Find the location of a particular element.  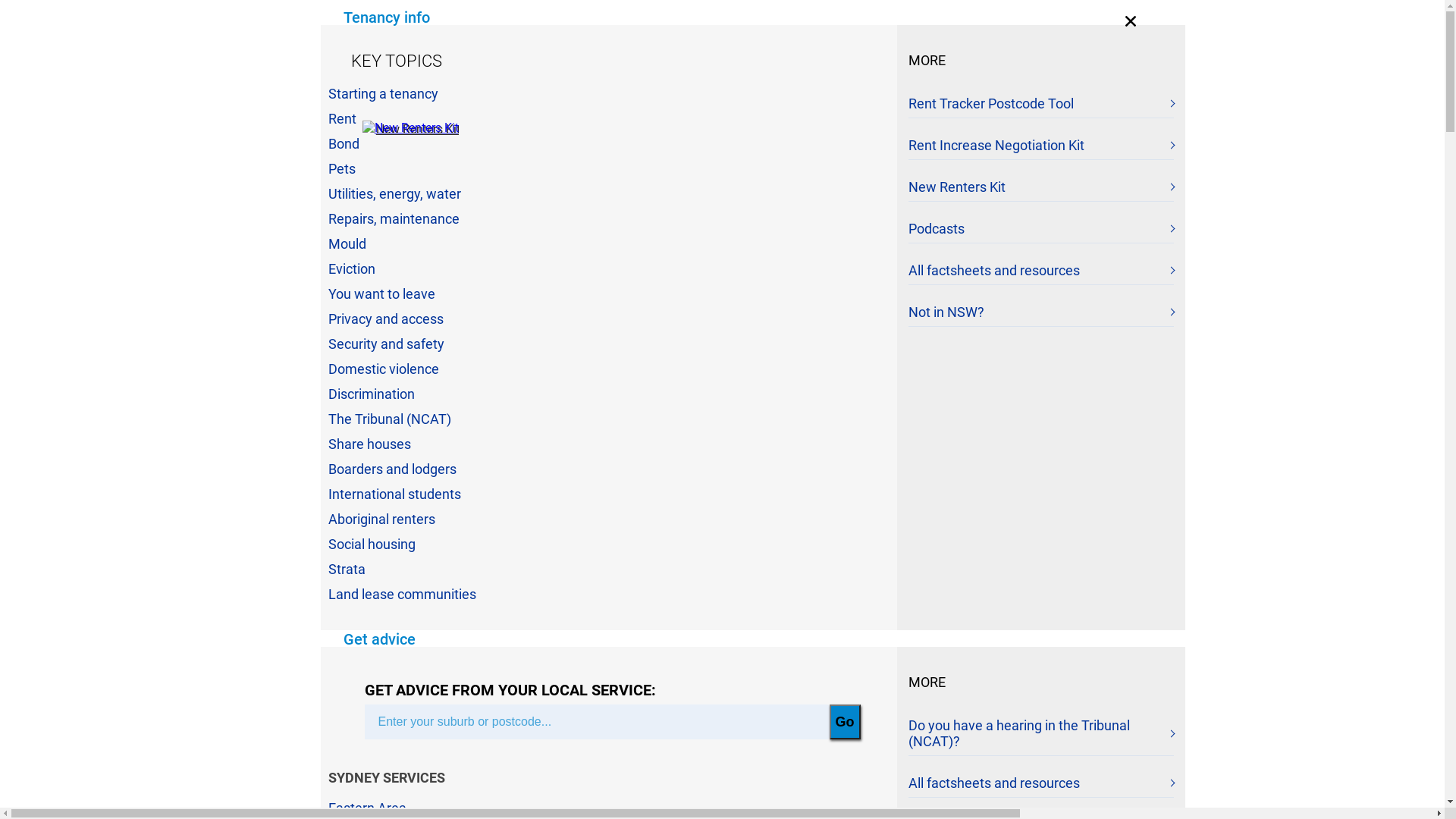

'Share houses' is located at coordinates (369, 444).